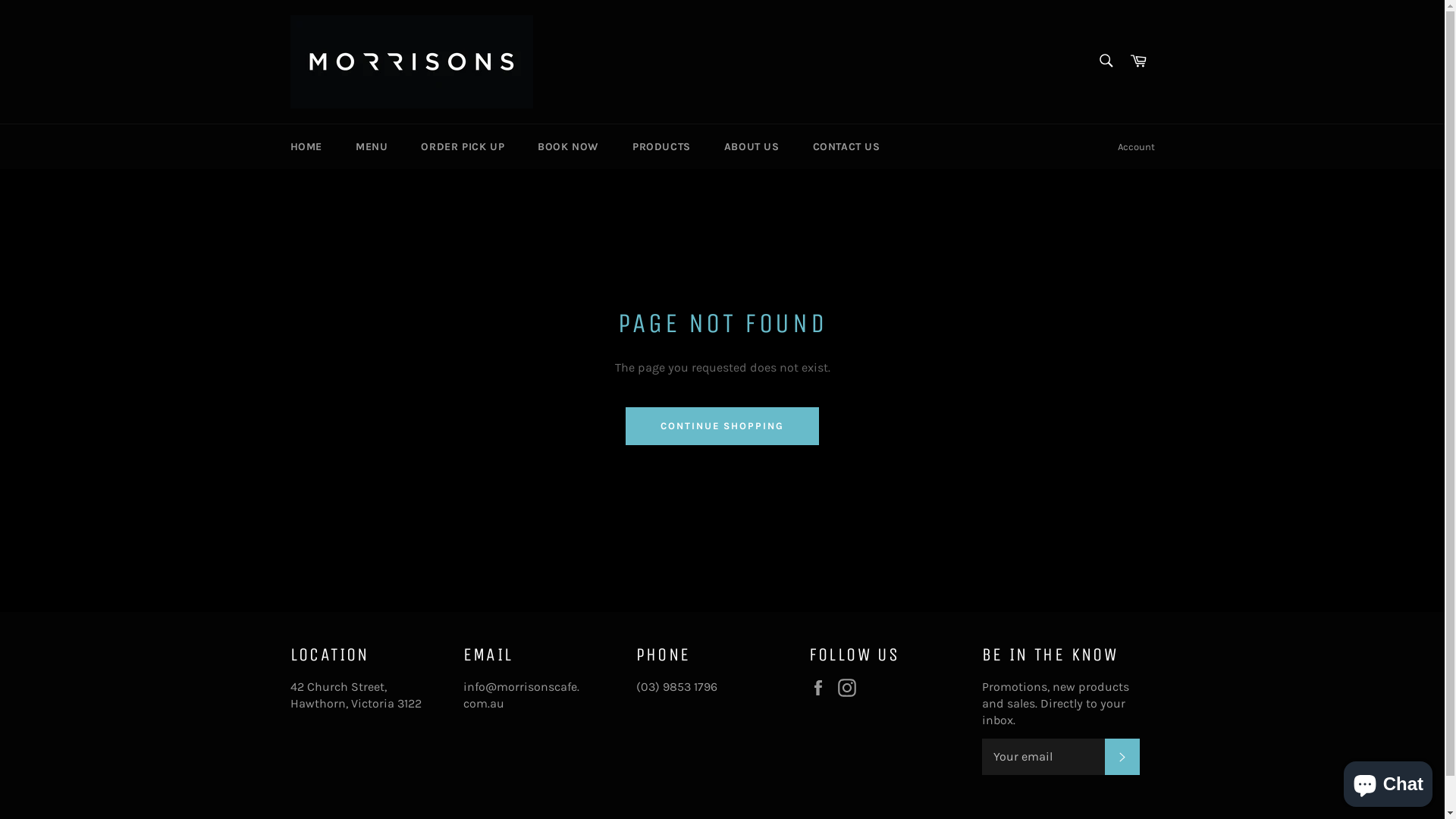 The width and height of the screenshot is (1456, 819). I want to click on 'Account', so click(1136, 146).